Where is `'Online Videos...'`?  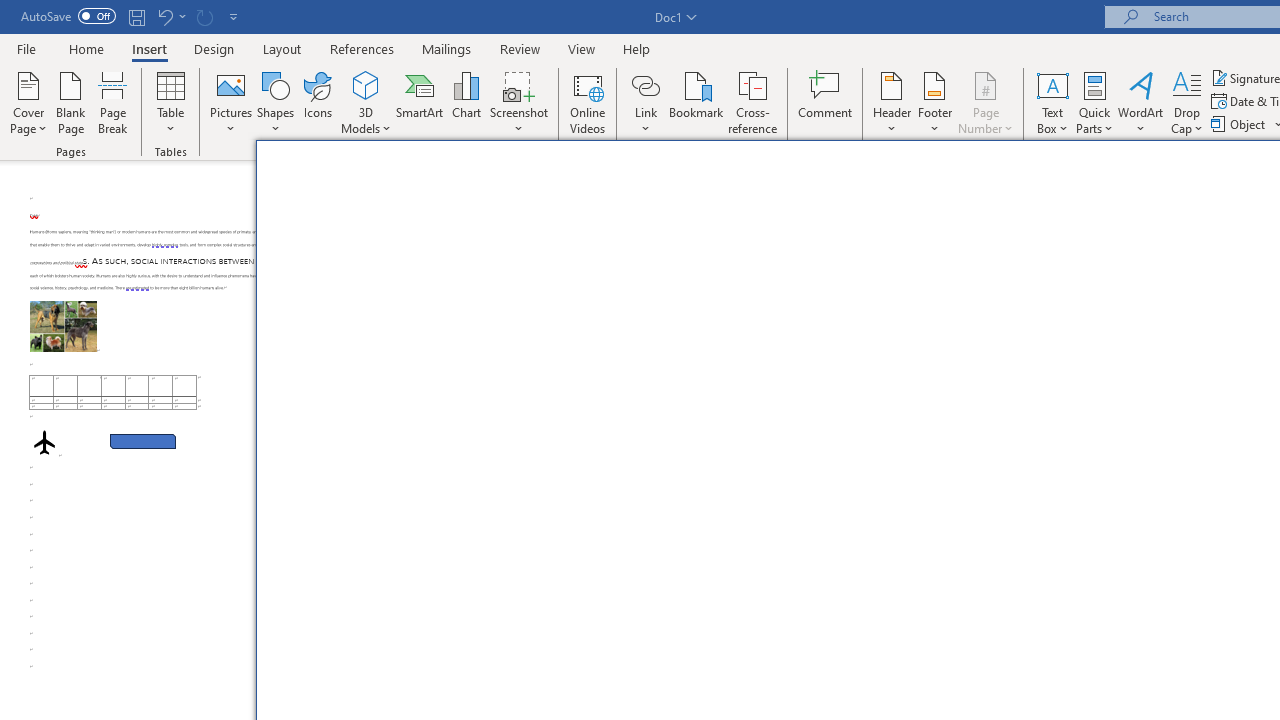
'Online Videos...' is located at coordinates (587, 103).